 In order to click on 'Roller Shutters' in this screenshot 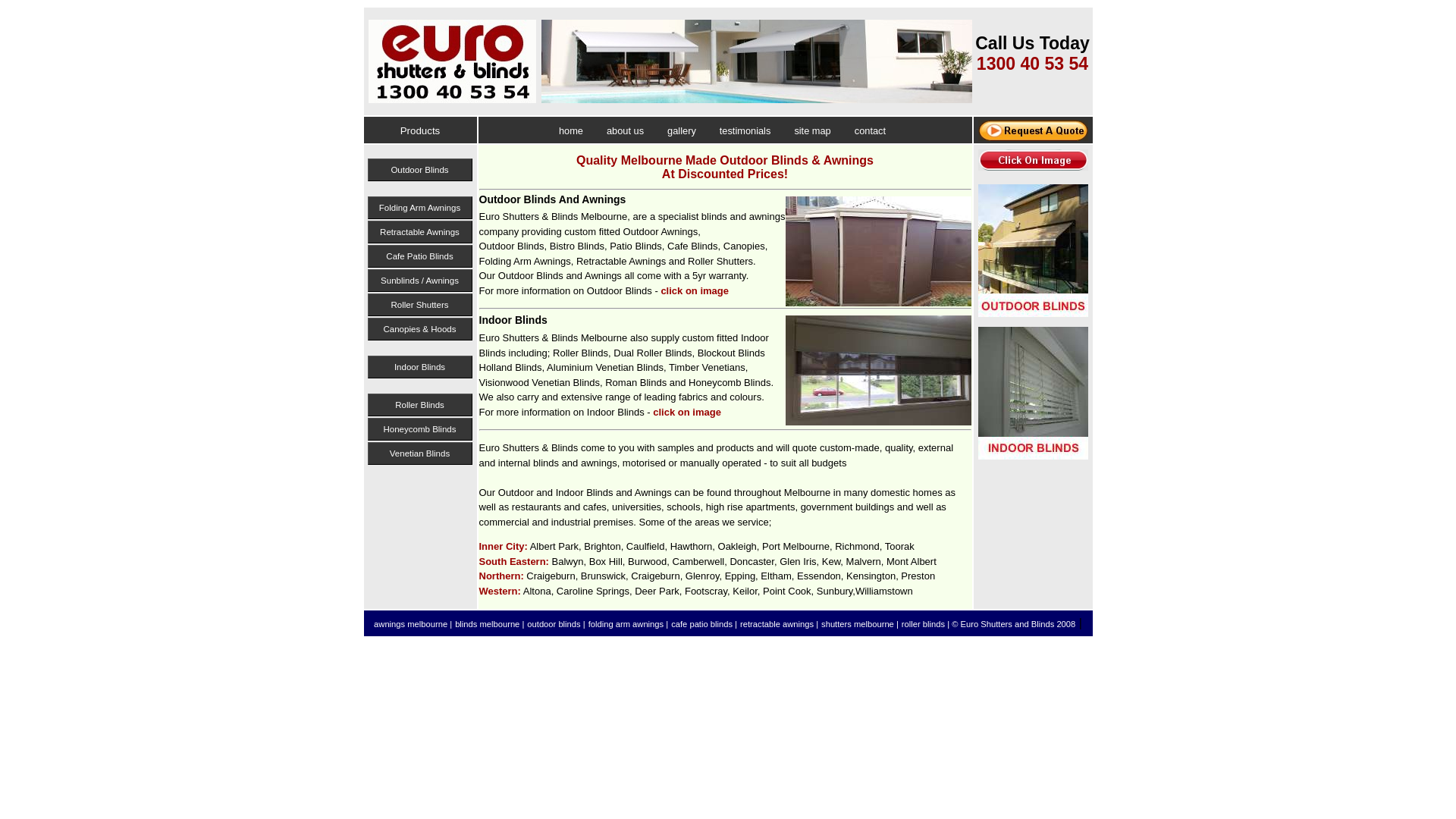, I will do `click(419, 304)`.